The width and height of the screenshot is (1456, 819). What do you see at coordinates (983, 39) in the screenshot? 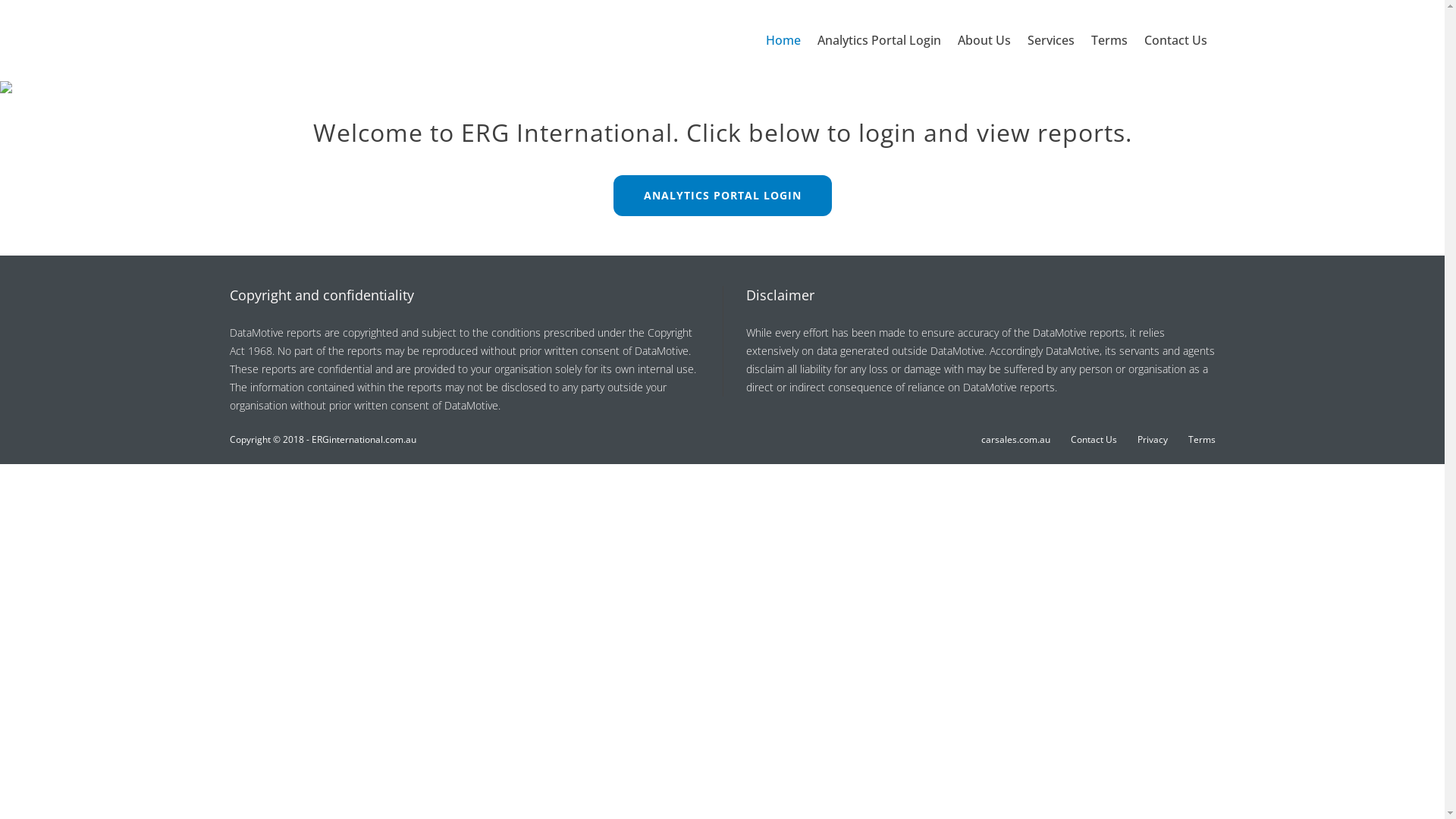
I see `'About Us'` at bounding box center [983, 39].